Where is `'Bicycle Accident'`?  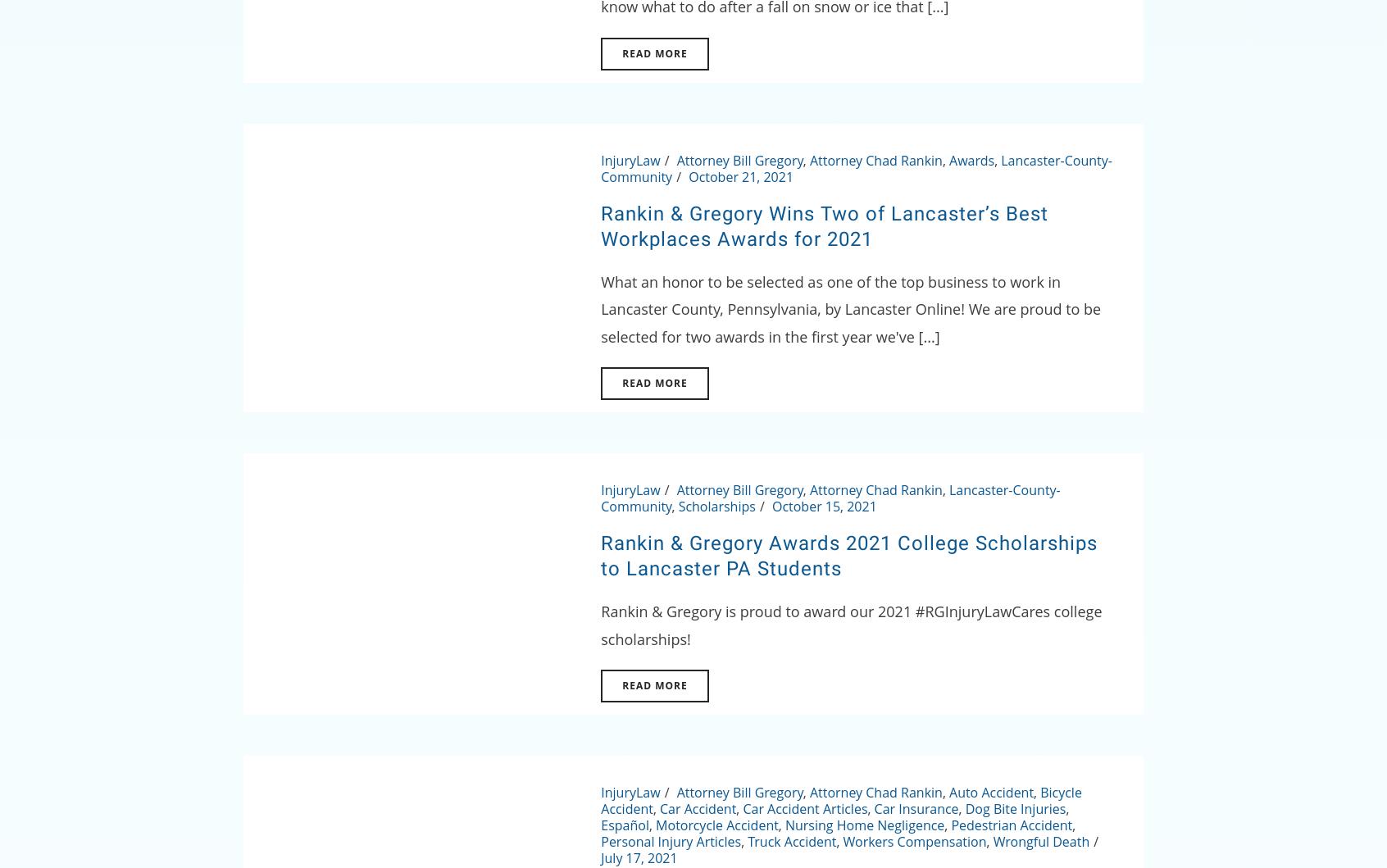 'Bicycle Accident' is located at coordinates (840, 798).